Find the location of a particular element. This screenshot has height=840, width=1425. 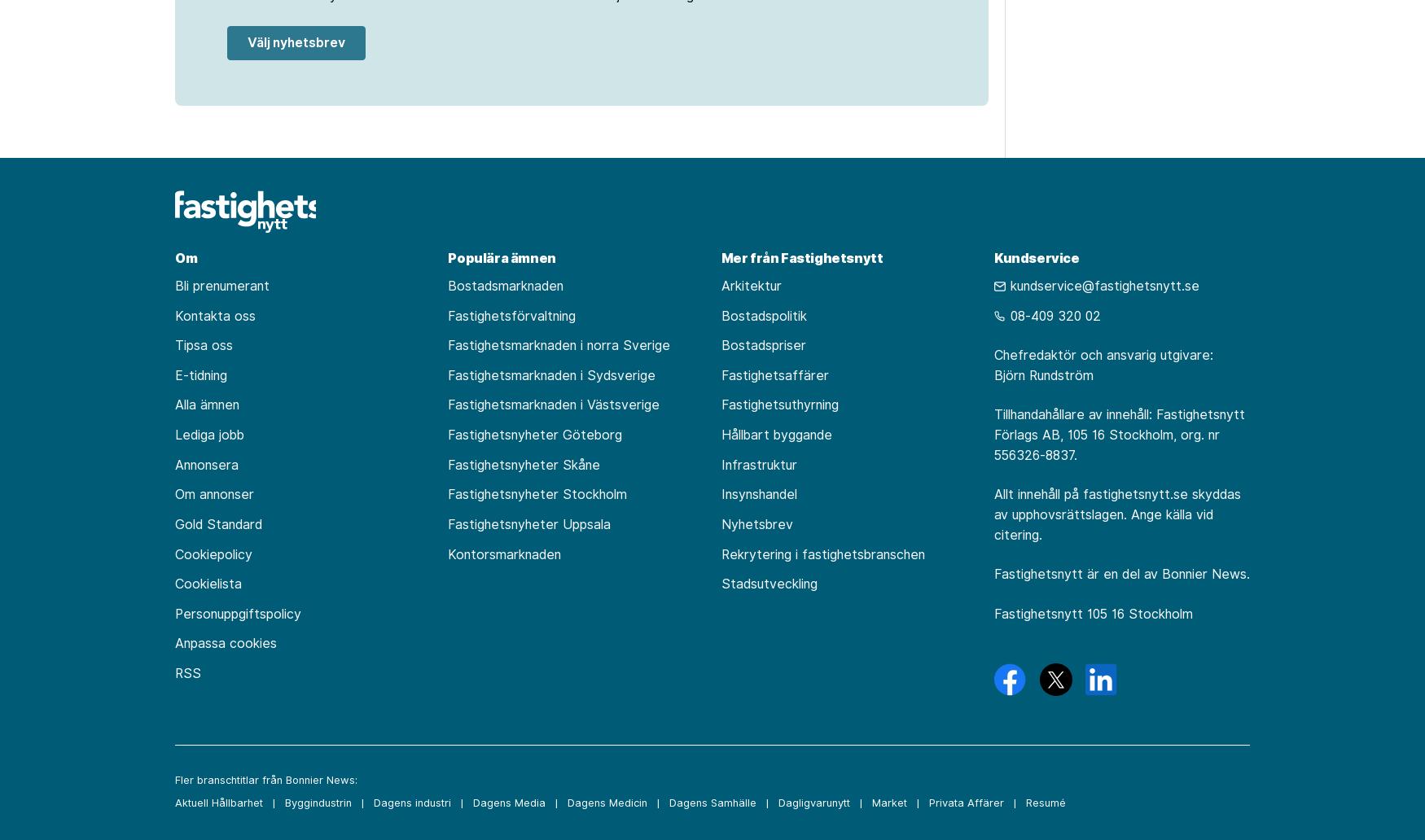

'Mer från' is located at coordinates (750, 256).